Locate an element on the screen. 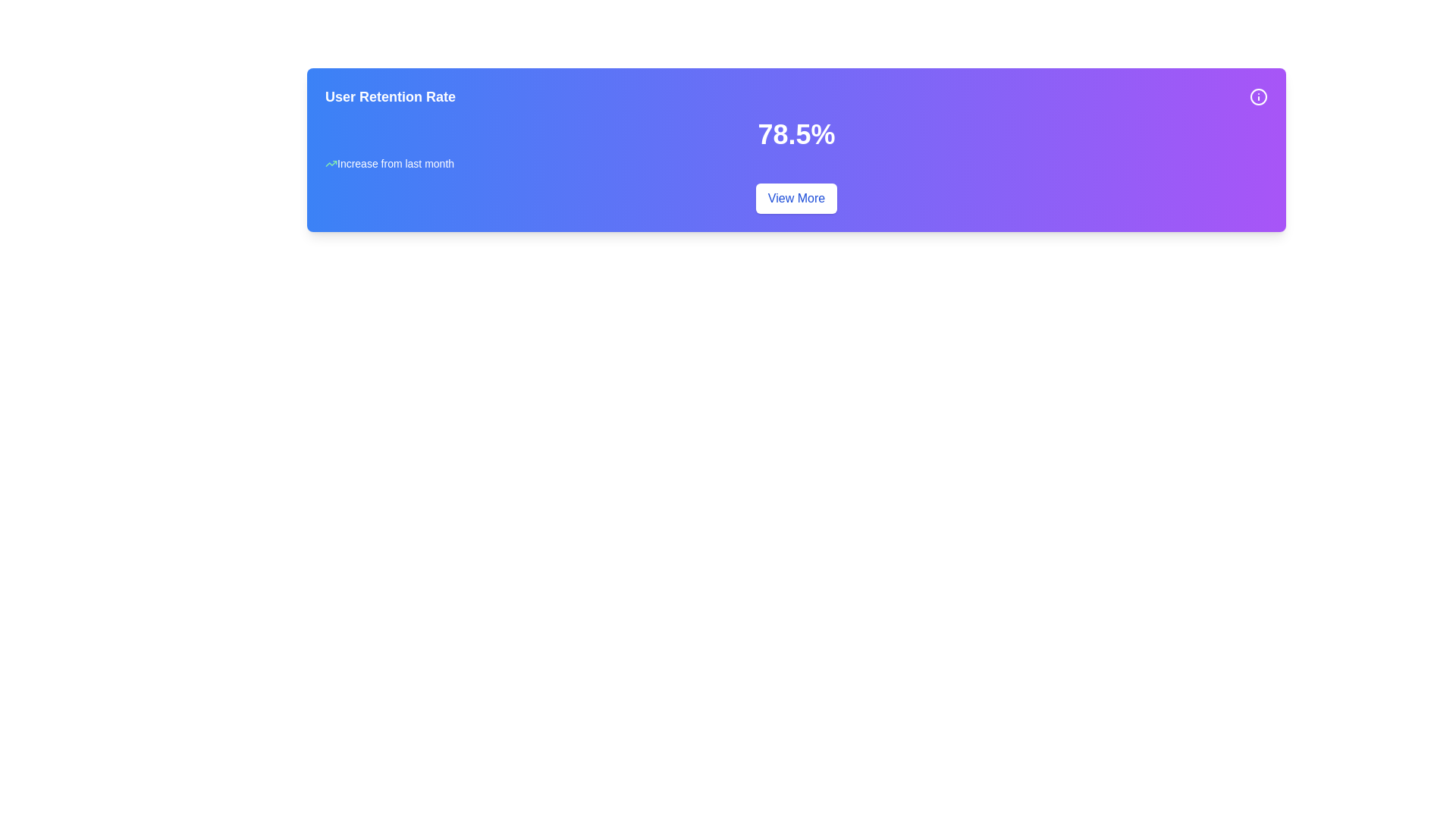 This screenshot has height=819, width=1456. the 'View More' button with a white background and blue text to trigger the background color change effect is located at coordinates (795, 198).